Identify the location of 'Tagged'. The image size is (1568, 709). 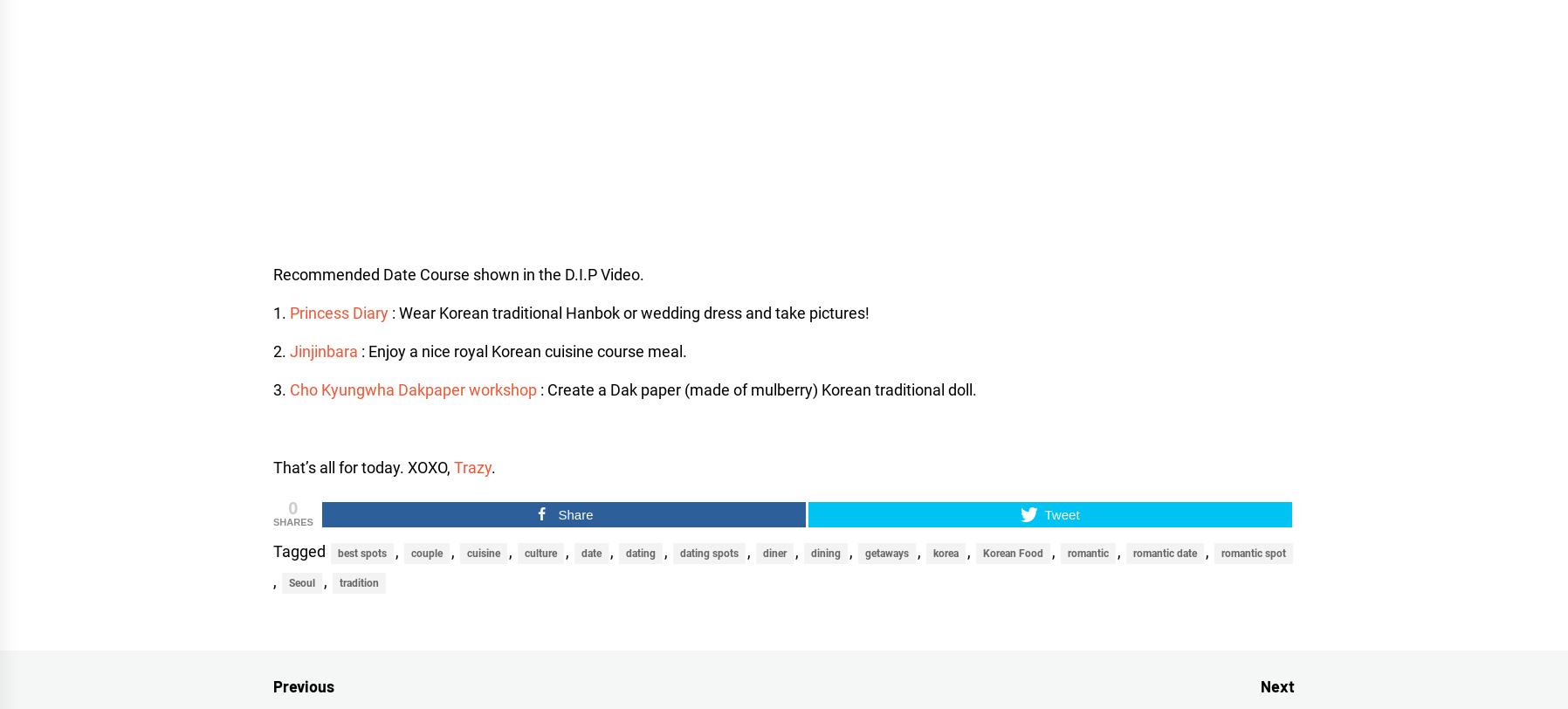
(301, 550).